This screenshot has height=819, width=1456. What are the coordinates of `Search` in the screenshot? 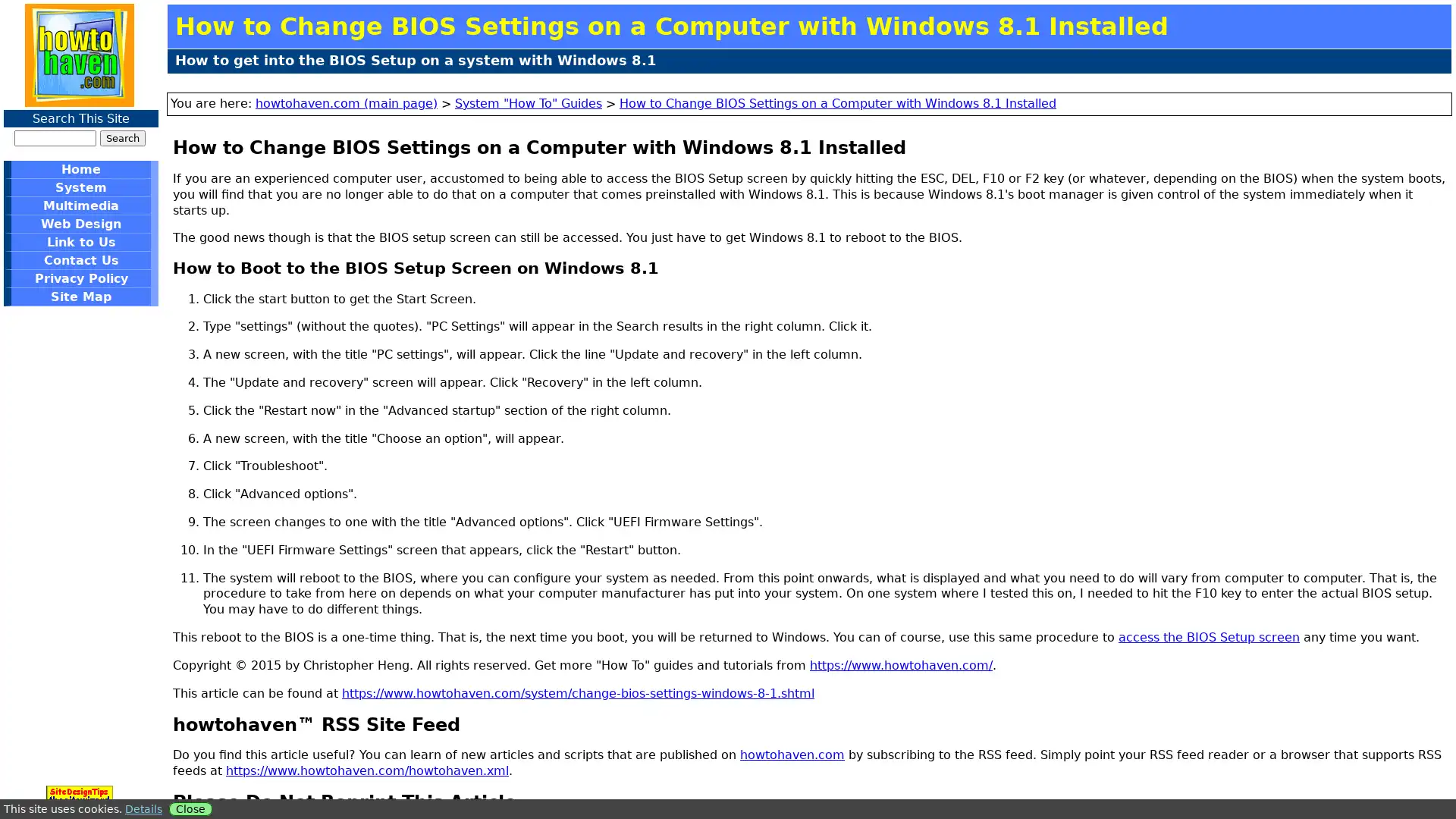 It's located at (122, 138).